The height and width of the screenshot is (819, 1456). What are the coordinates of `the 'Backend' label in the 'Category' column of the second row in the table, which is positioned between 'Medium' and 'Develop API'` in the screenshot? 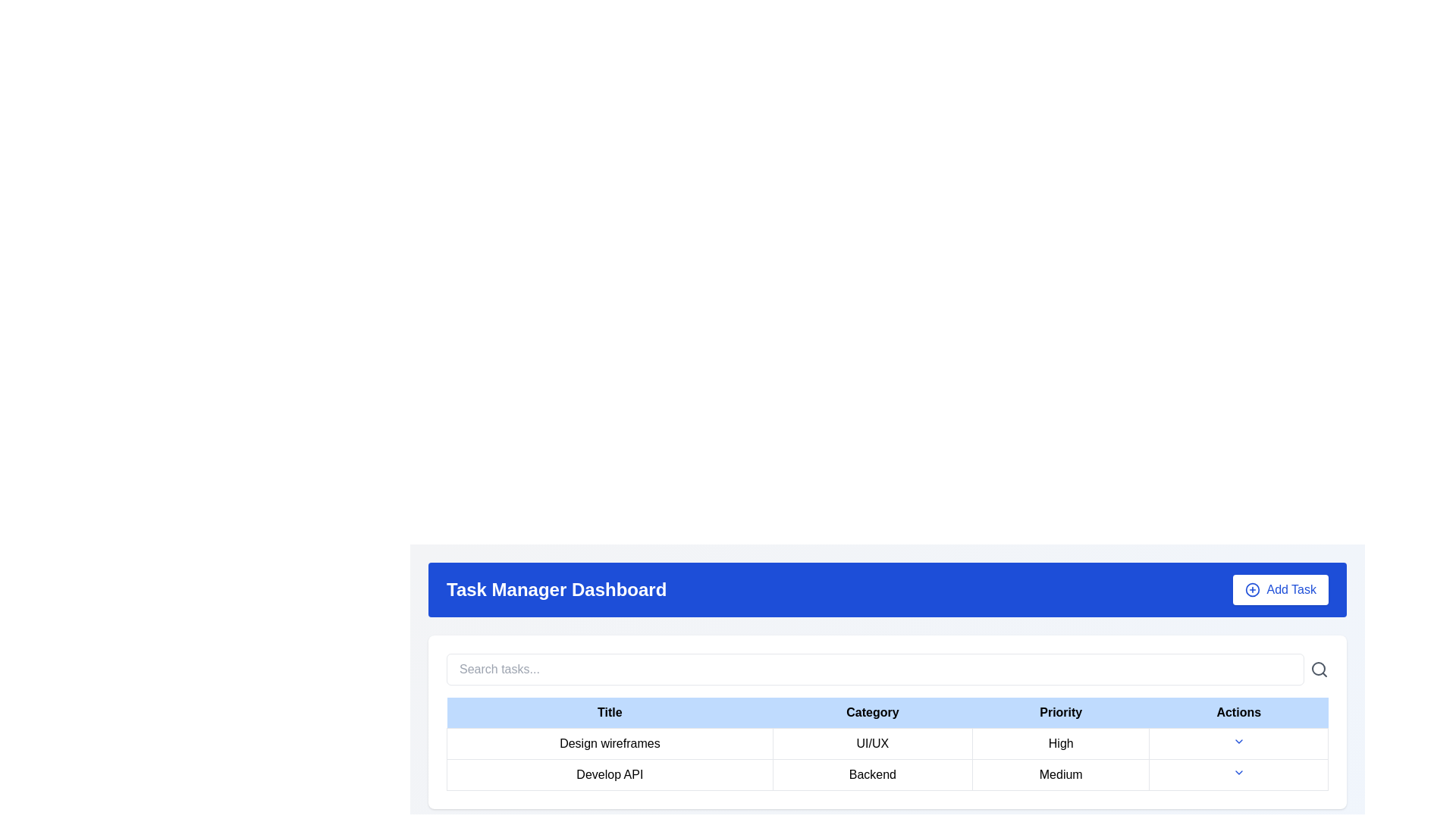 It's located at (887, 775).